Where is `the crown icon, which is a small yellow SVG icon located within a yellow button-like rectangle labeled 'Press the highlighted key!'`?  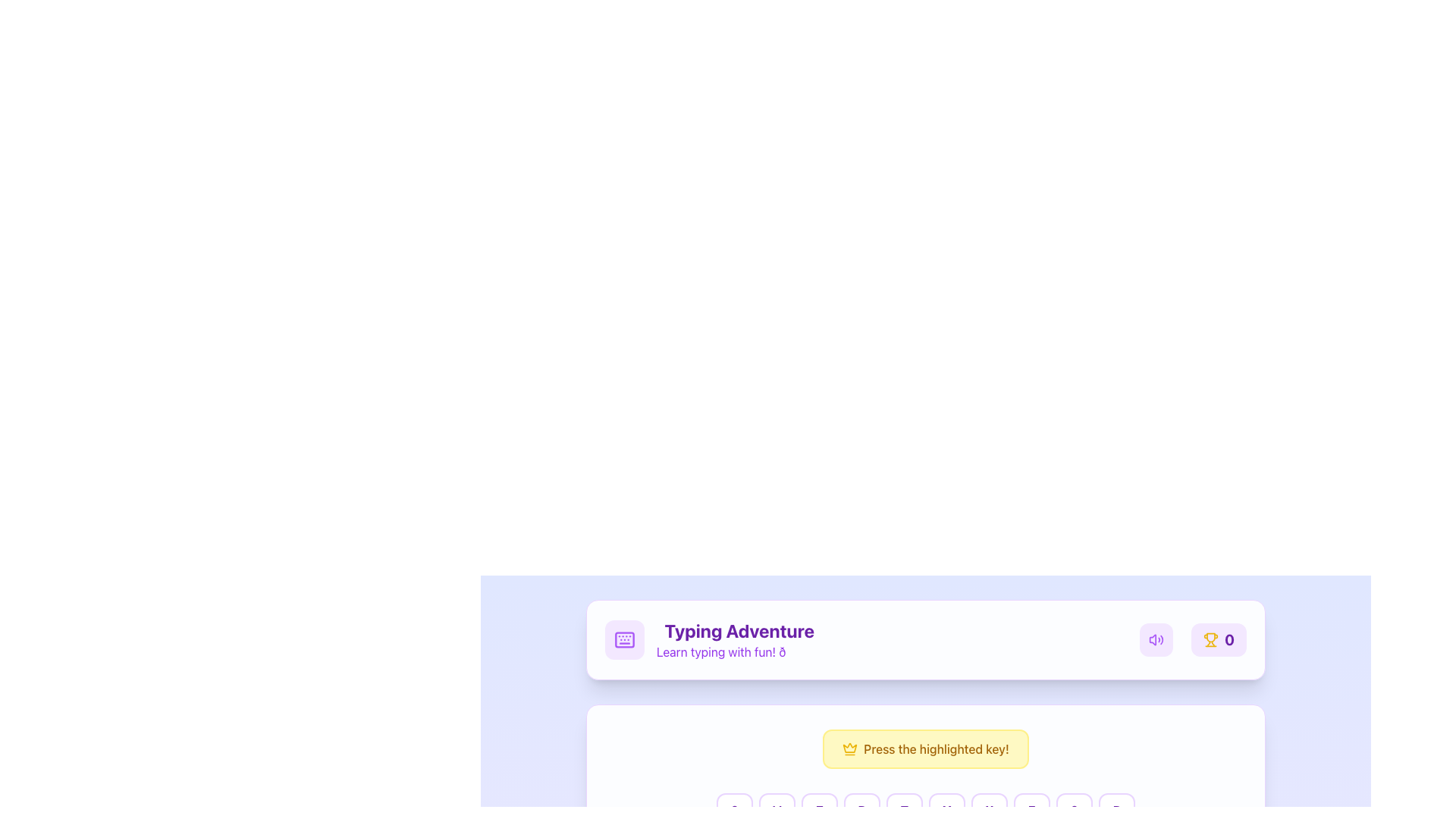
the crown icon, which is a small yellow SVG icon located within a yellow button-like rectangle labeled 'Press the highlighted key!' is located at coordinates (850, 748).